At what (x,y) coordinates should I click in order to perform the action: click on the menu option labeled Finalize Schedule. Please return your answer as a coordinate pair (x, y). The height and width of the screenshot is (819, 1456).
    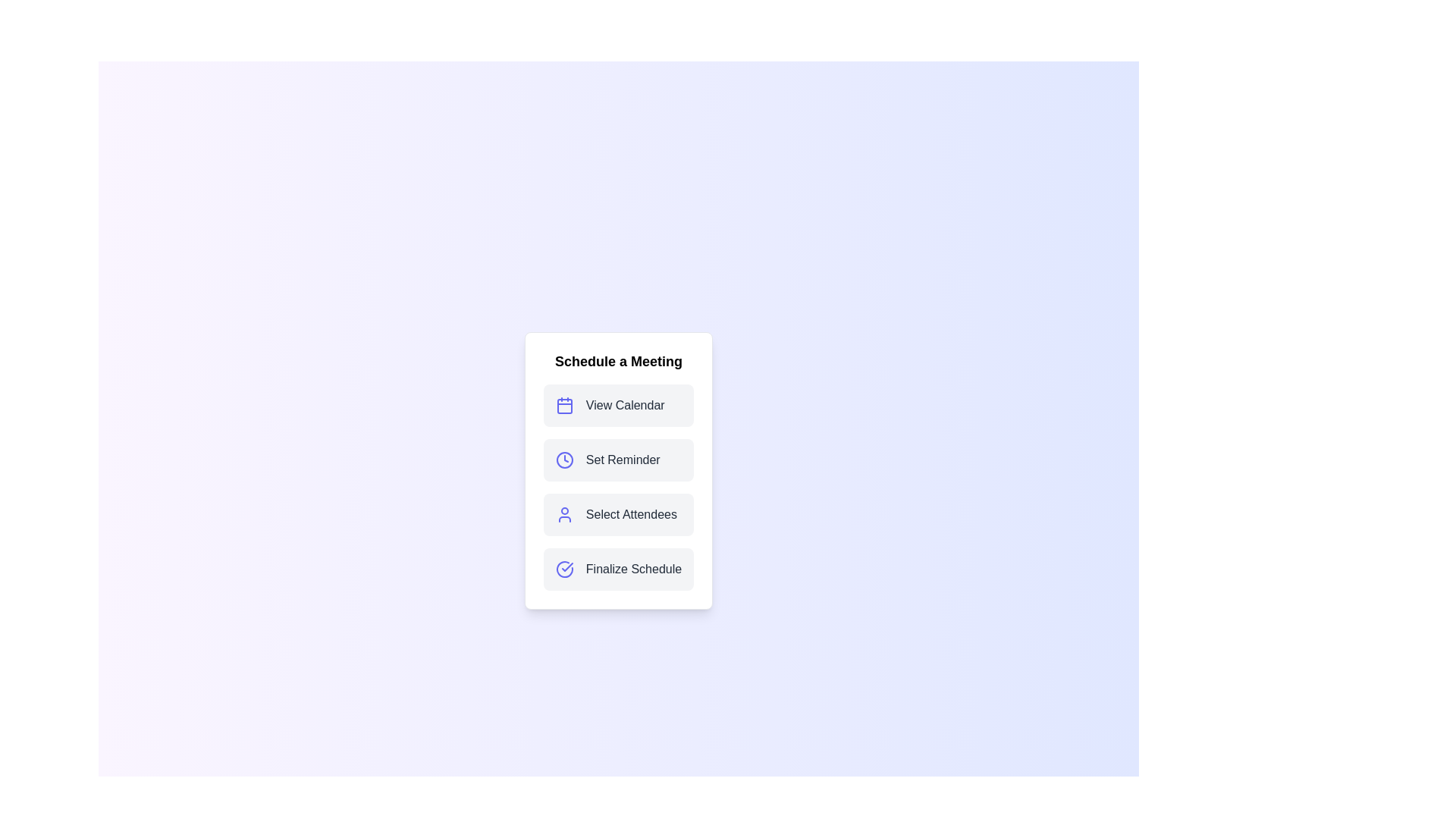
    Looking at the image, I should click on (619, 570).